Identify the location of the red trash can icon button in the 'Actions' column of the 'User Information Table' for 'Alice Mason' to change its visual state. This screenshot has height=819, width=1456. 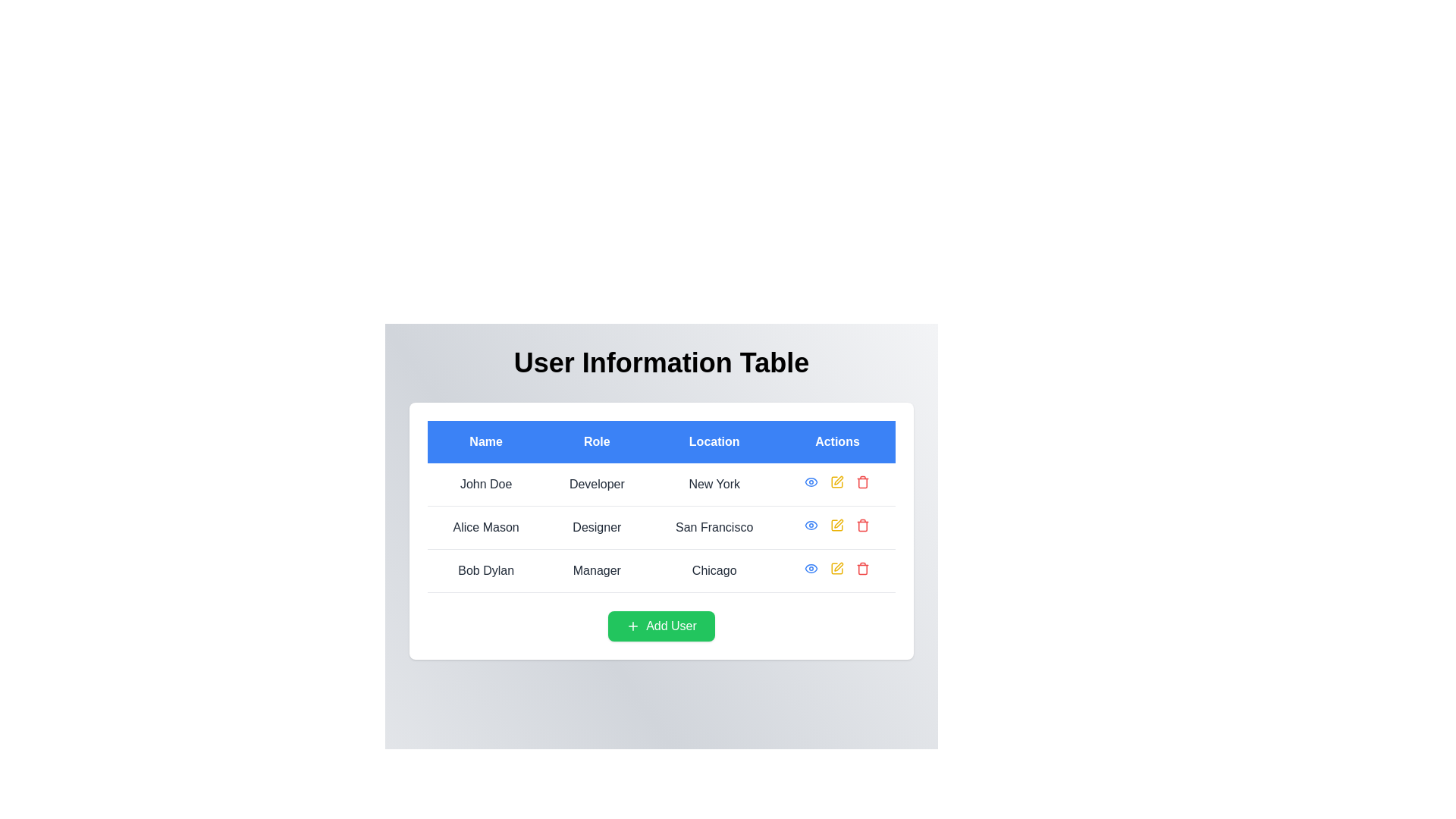
(863, 525).